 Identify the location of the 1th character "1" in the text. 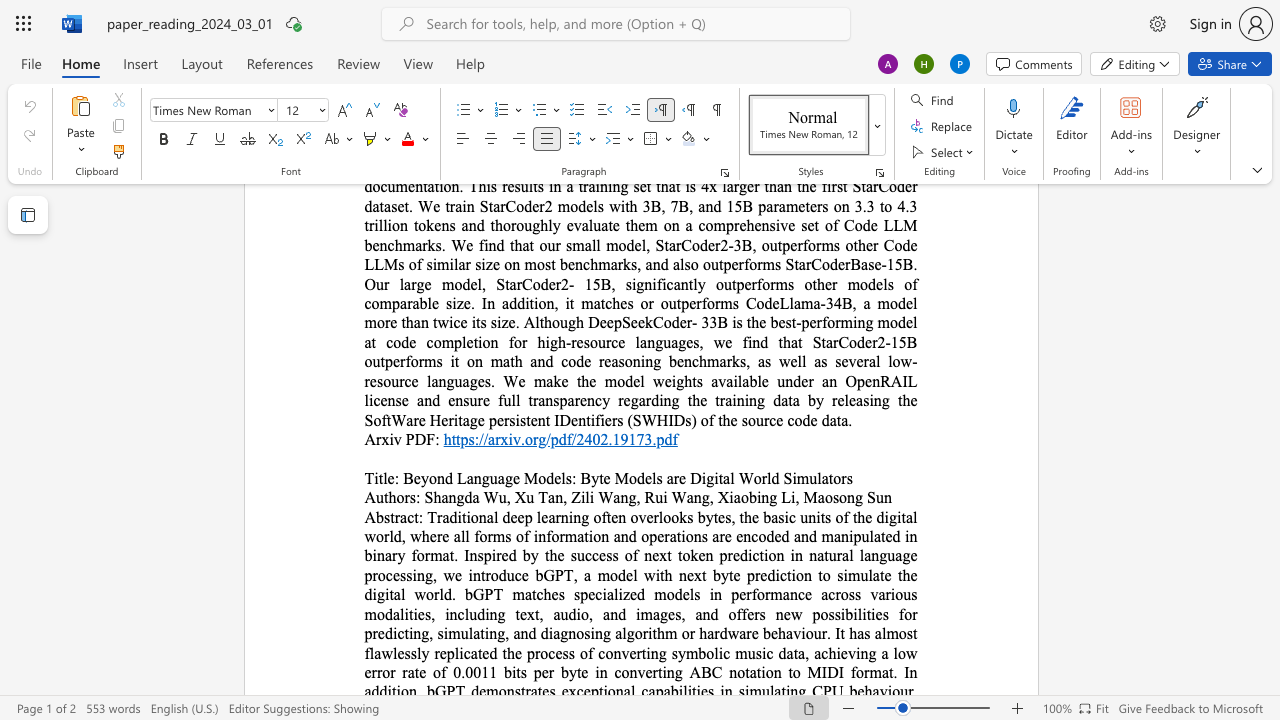
(615, 438).